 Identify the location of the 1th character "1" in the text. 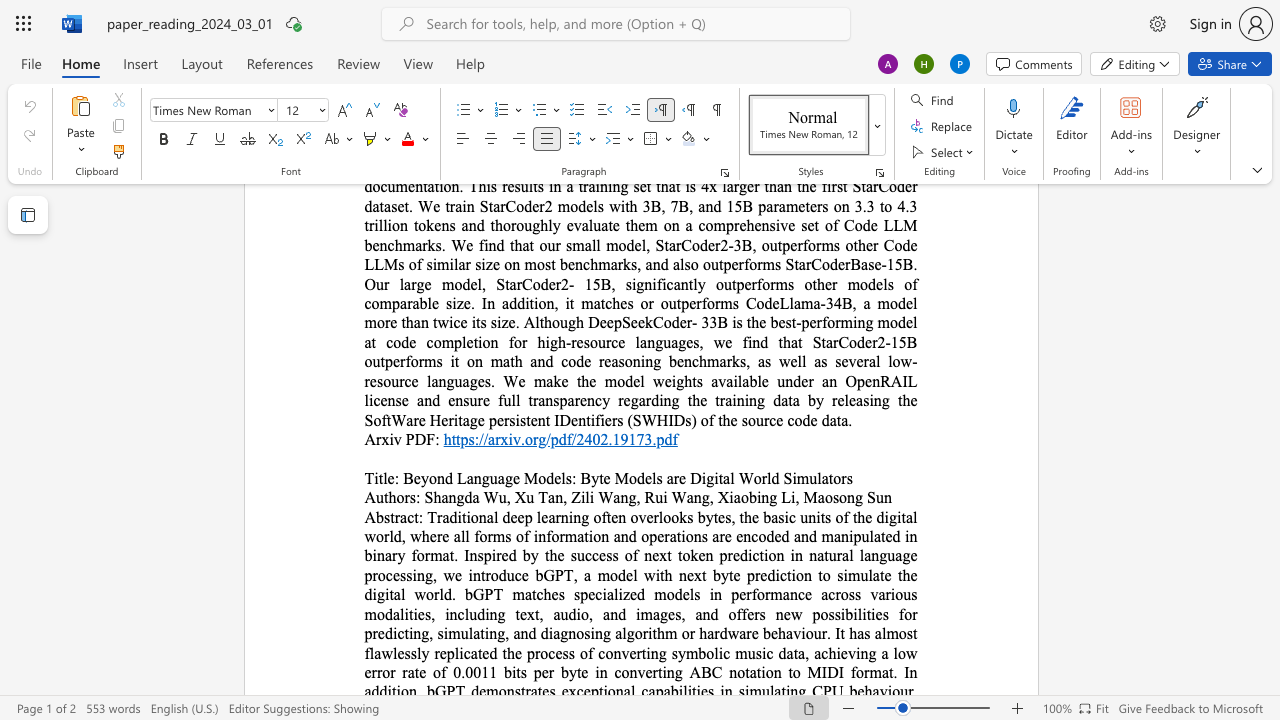
(615, 438).